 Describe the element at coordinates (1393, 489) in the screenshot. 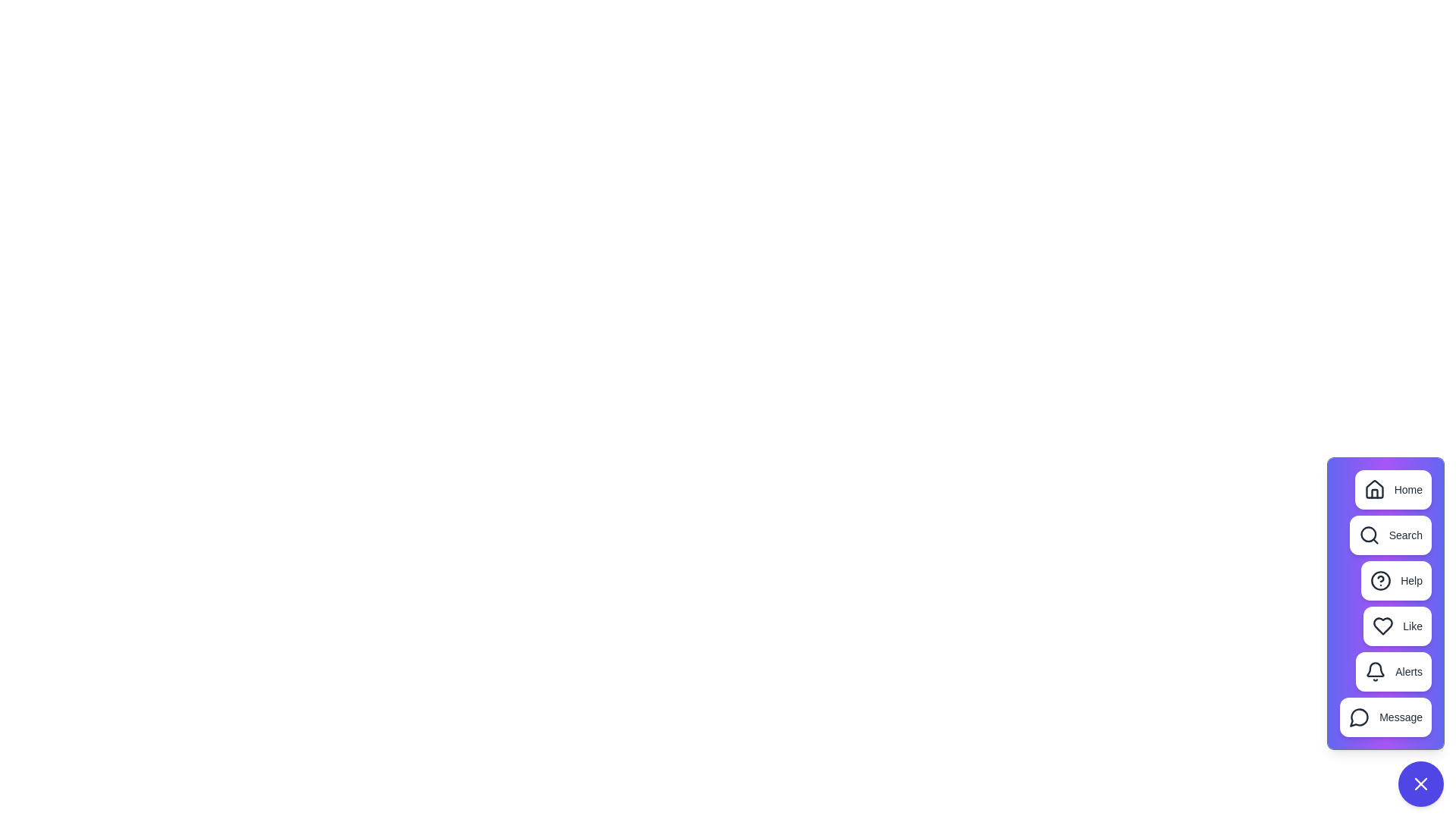

I see `the 'Home' button to trigger its associated action` at that location.